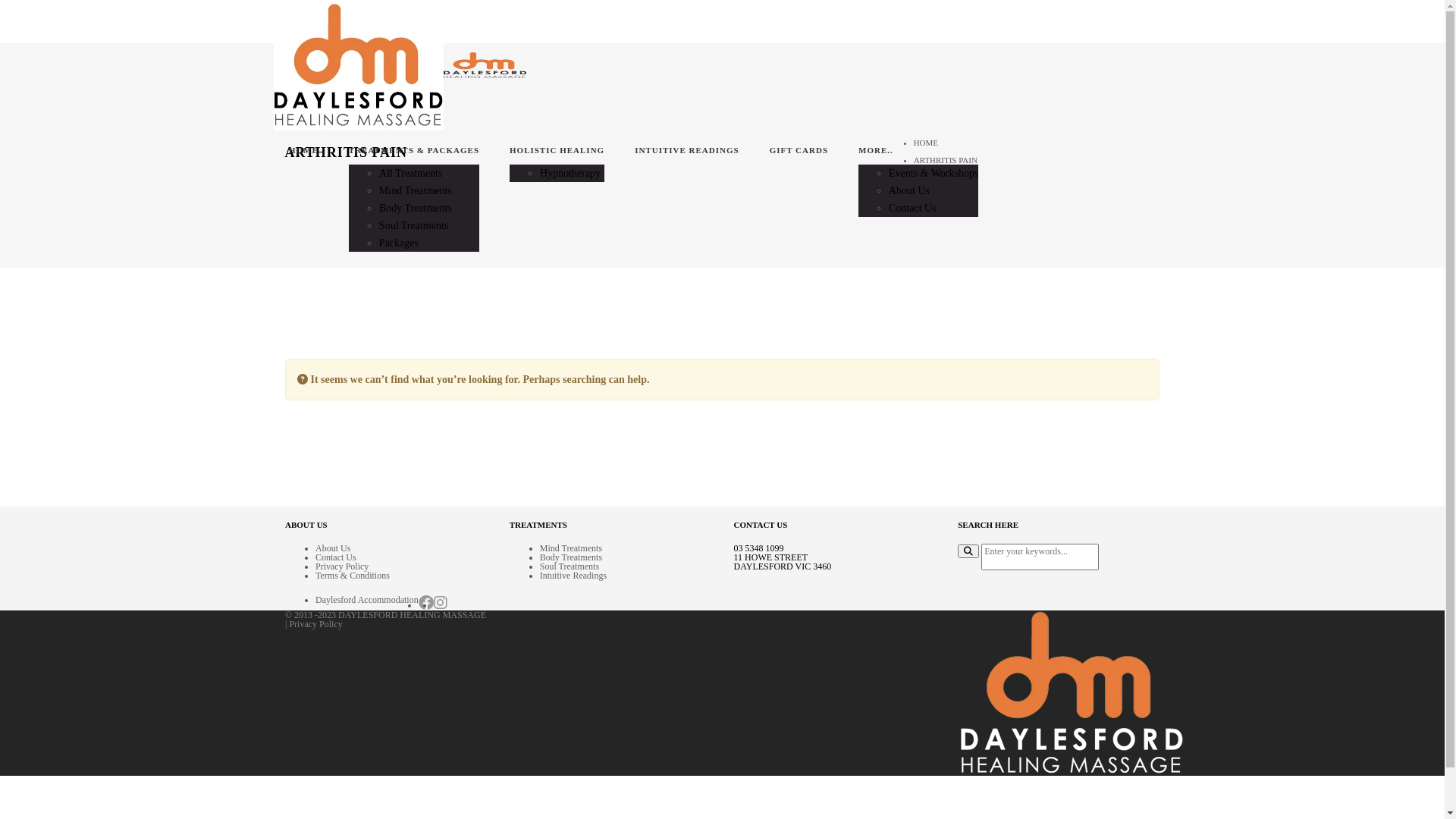  I want to click on 'About Us', so click(909, 190).